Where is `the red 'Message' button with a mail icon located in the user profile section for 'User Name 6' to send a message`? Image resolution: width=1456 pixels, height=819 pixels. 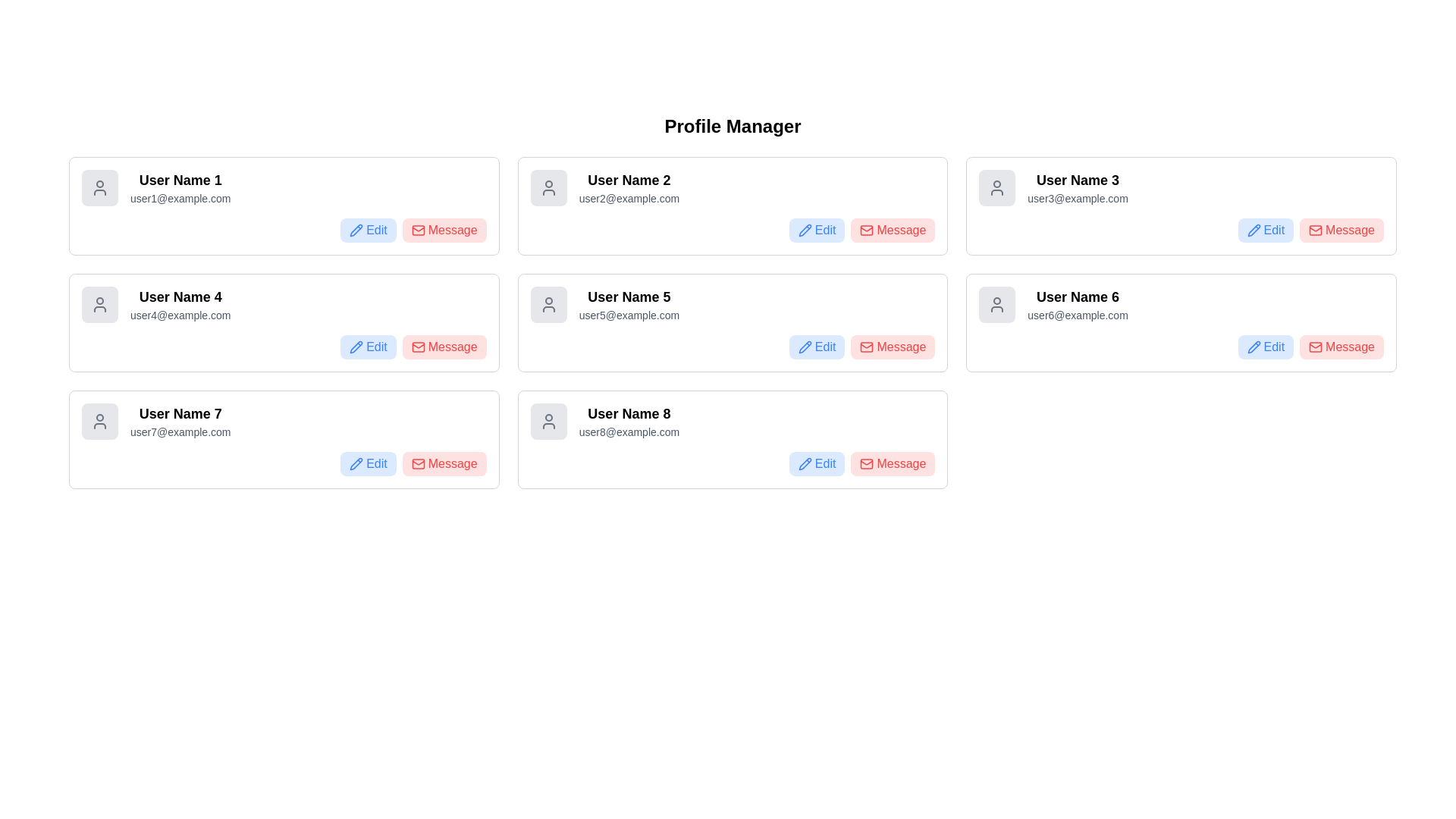
the red 'Message' button with a mail icon located in the user profile section for 'User Name 6' to send a message is located at coordinates (1341, 347).